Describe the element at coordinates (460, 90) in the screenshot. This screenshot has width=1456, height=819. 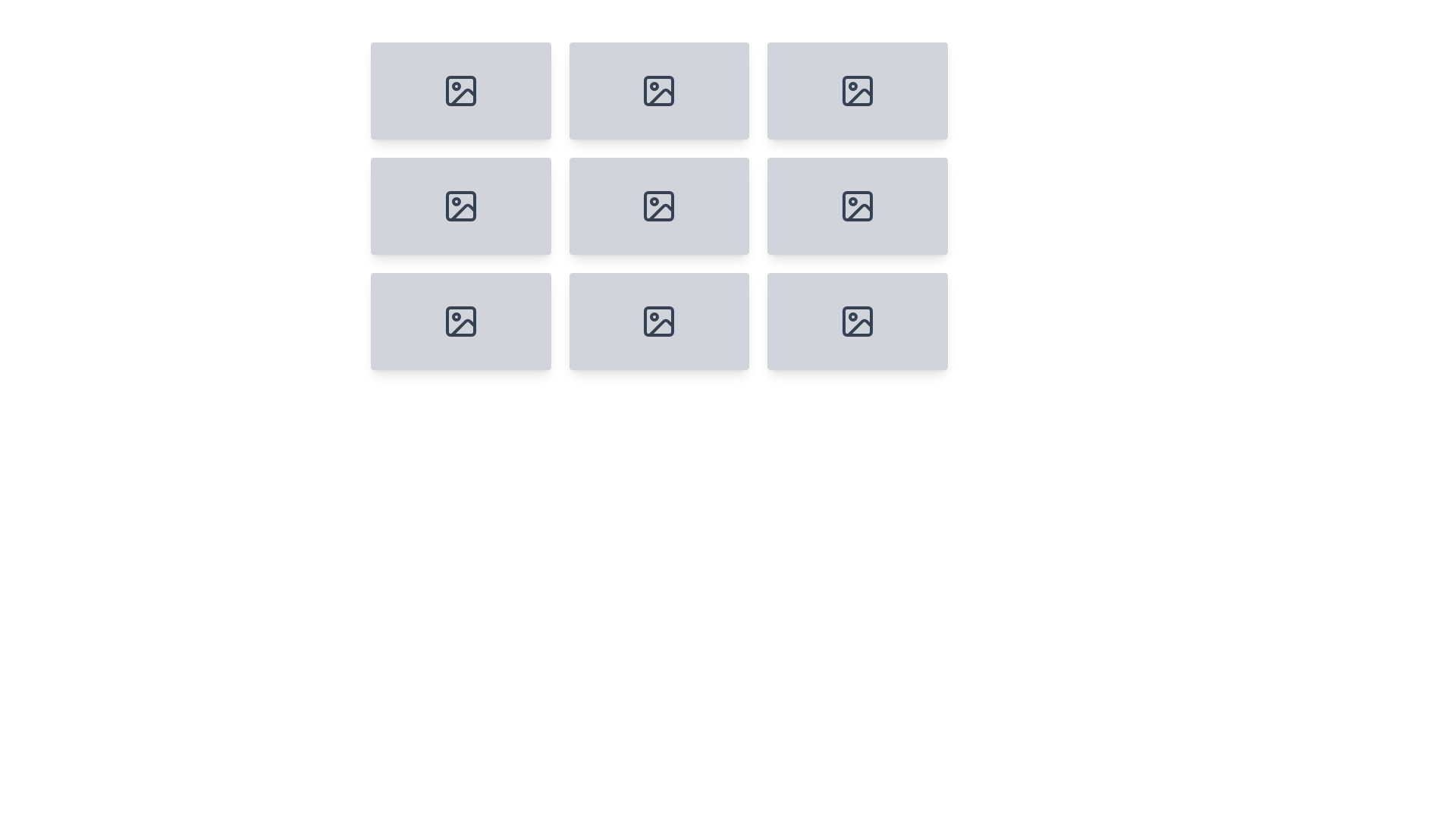
I see `the first card in the top-left corner of the 3x3 grid layout` at that location.